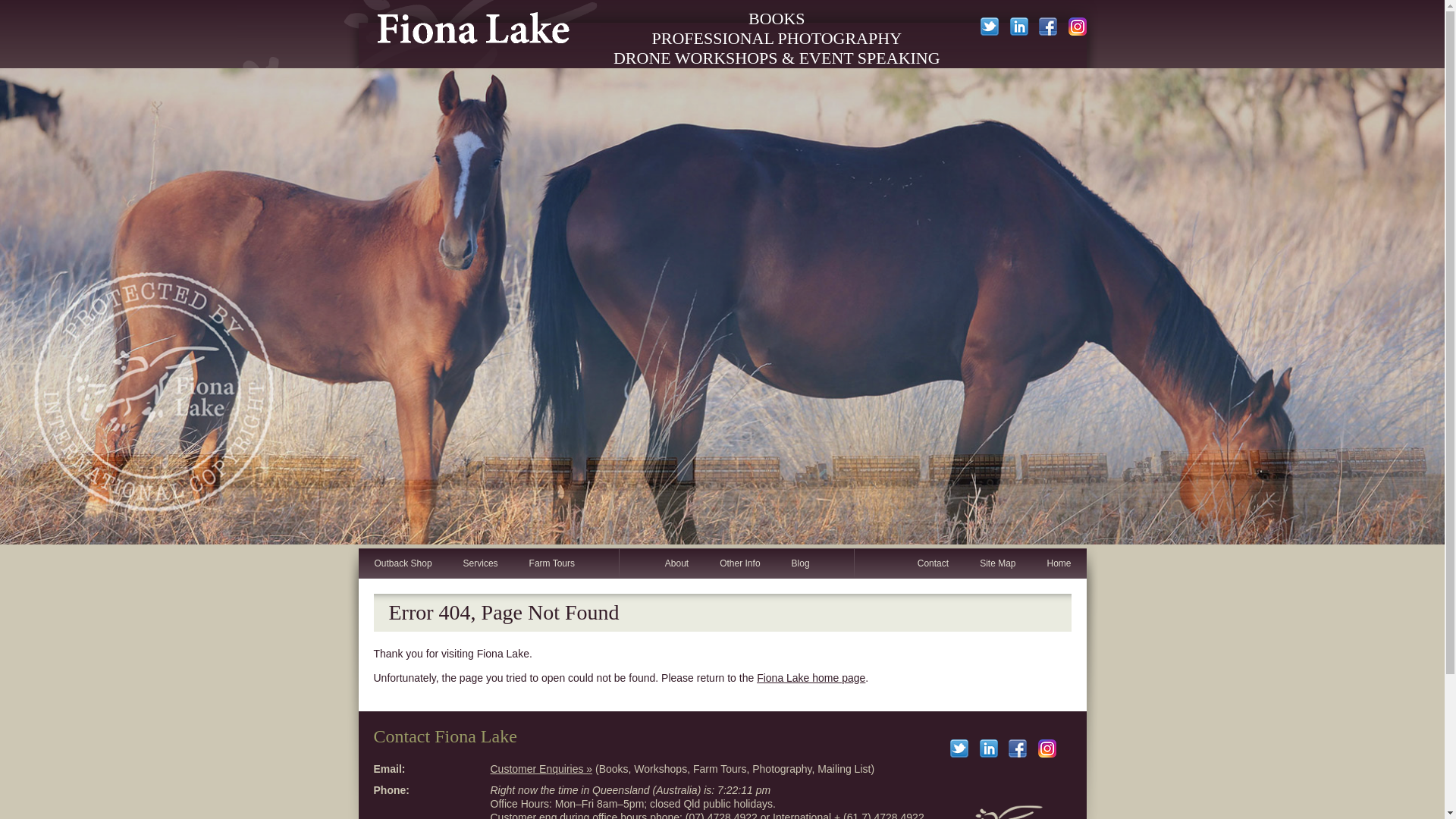 The height and width of the screenshot is (819, 1456). I want to click on 'About', so click(676, 563).